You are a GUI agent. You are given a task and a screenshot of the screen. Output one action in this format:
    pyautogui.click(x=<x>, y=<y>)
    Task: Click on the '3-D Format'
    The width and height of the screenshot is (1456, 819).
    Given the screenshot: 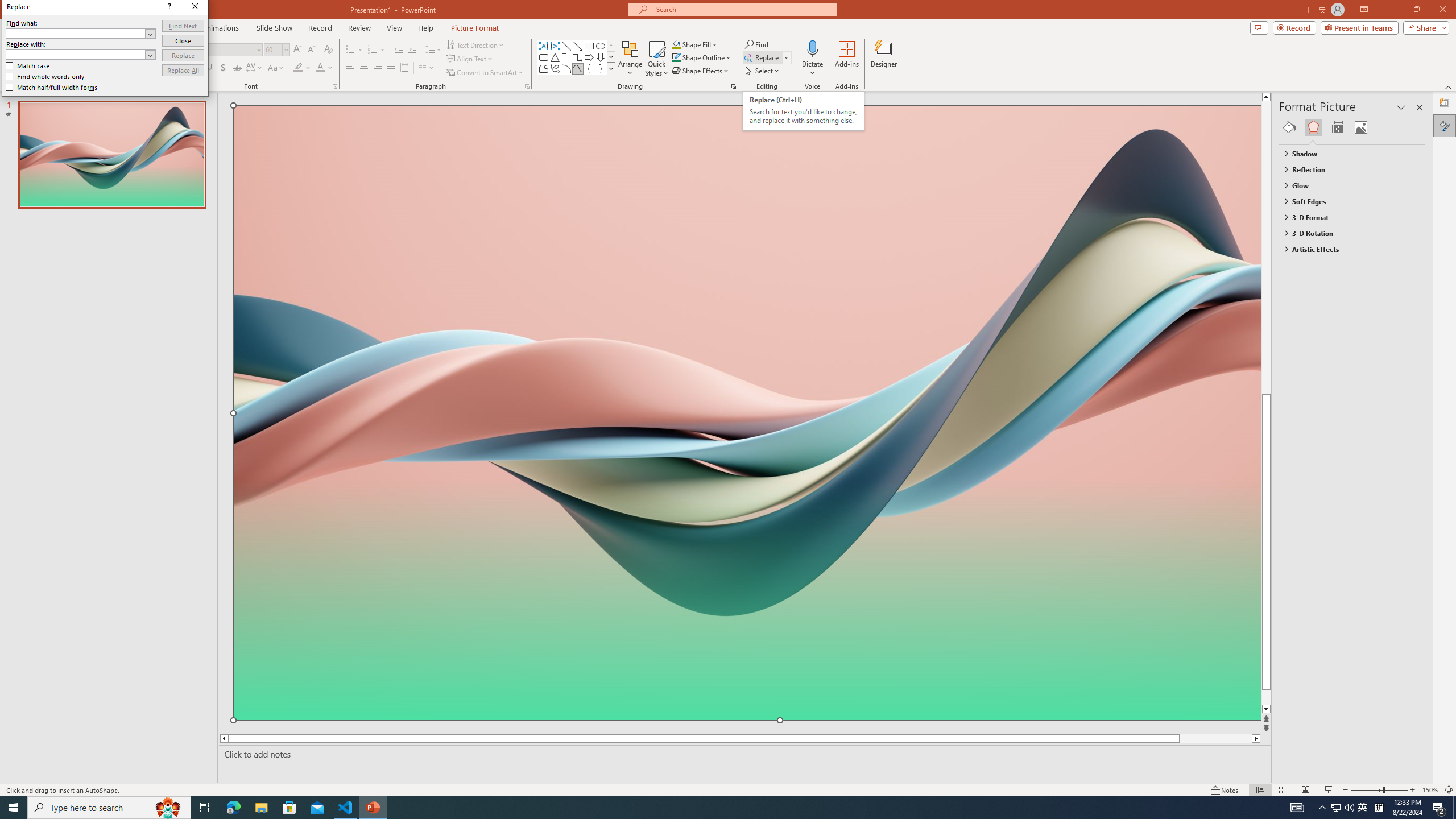 What is the action you would take?
    pyautogui.click(x=1347, y=217)
    